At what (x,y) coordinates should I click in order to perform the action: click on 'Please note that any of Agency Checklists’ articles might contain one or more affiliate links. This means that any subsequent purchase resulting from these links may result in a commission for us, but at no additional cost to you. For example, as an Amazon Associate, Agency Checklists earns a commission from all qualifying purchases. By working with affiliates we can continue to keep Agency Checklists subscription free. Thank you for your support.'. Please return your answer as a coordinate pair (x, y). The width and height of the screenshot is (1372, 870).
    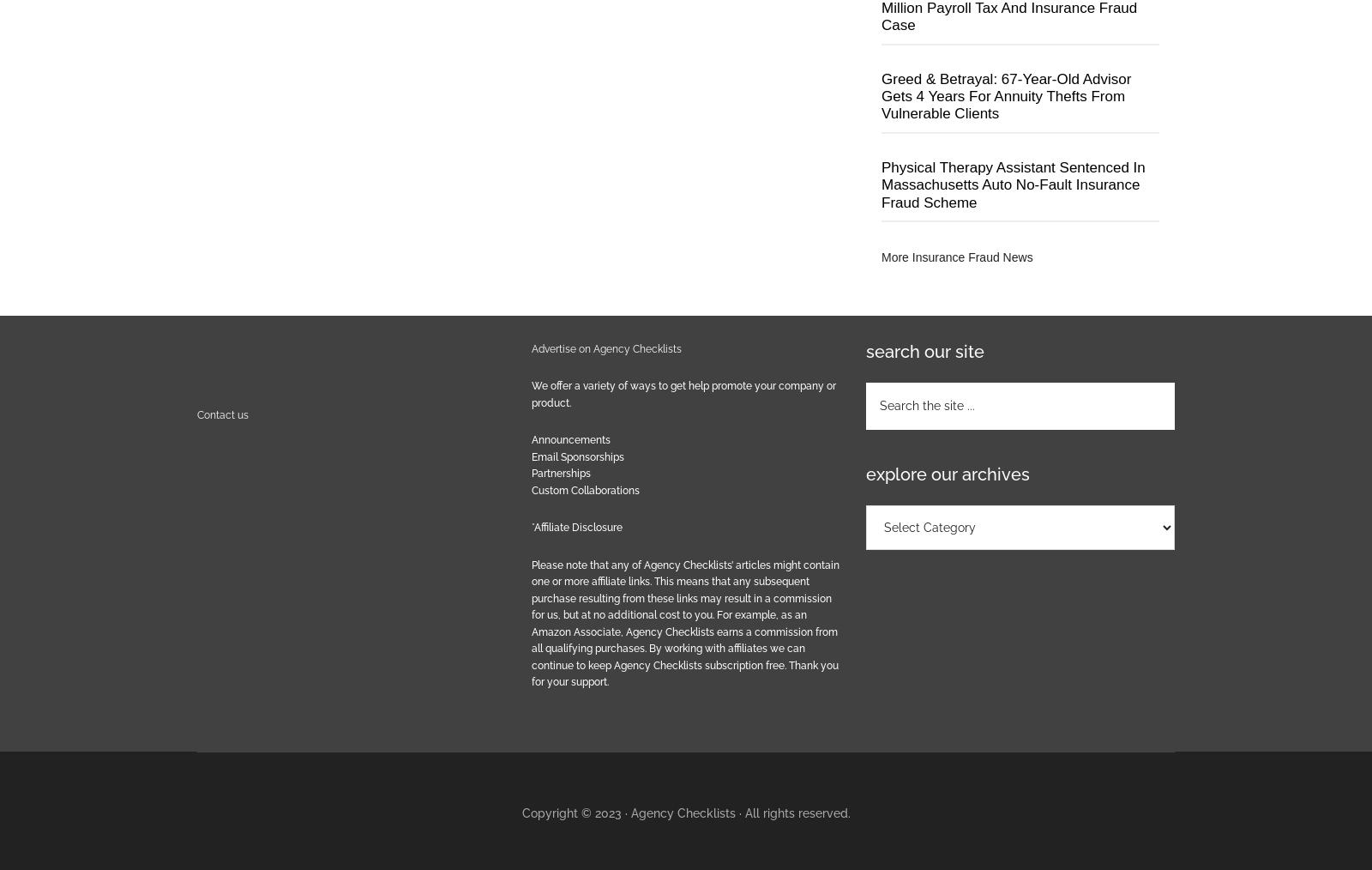
    Looking at the image, I should click on (685, 622).